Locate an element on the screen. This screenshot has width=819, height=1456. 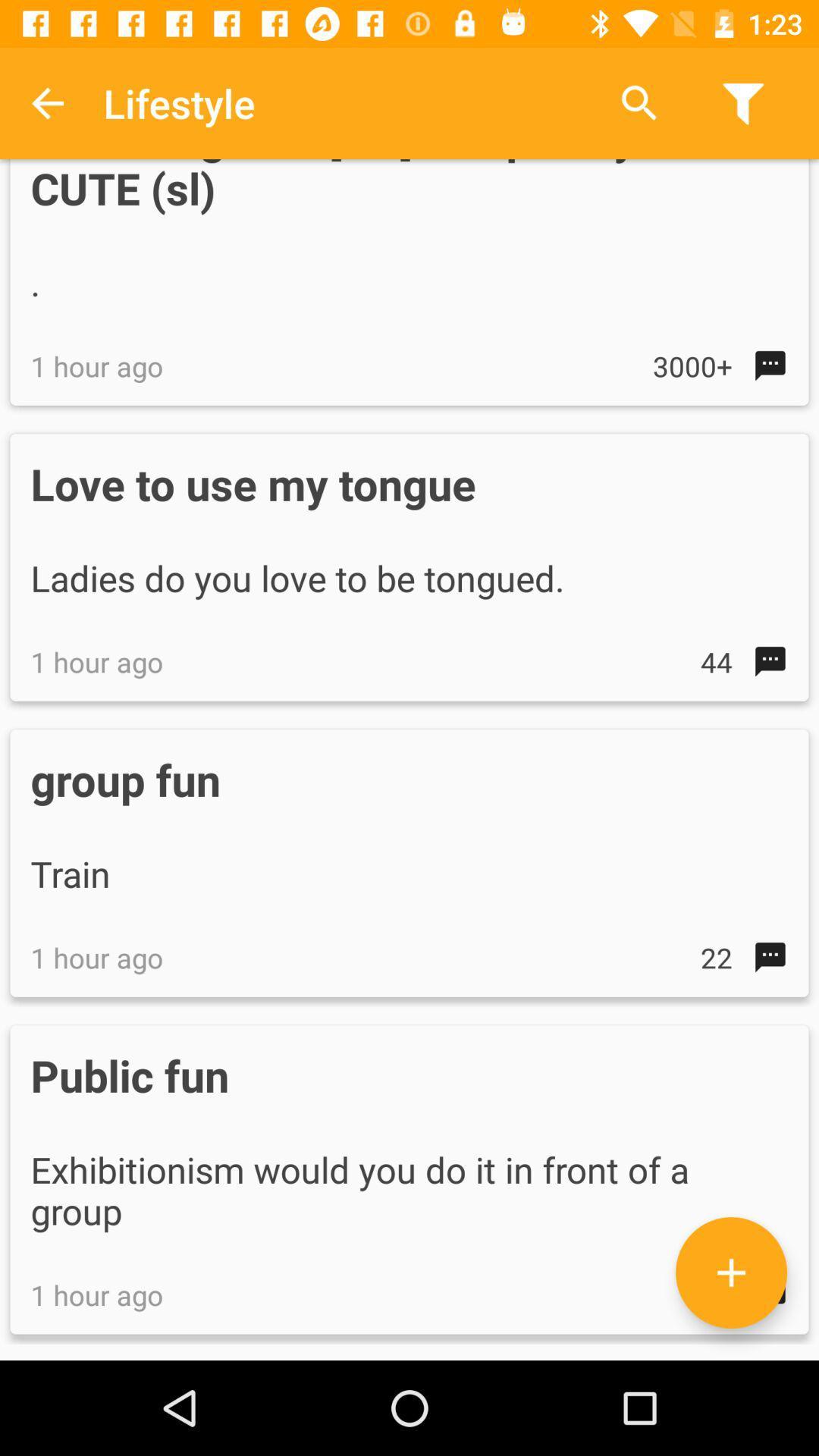
the icon above all aboriginals 0 item is located at coordinates (639, 102).